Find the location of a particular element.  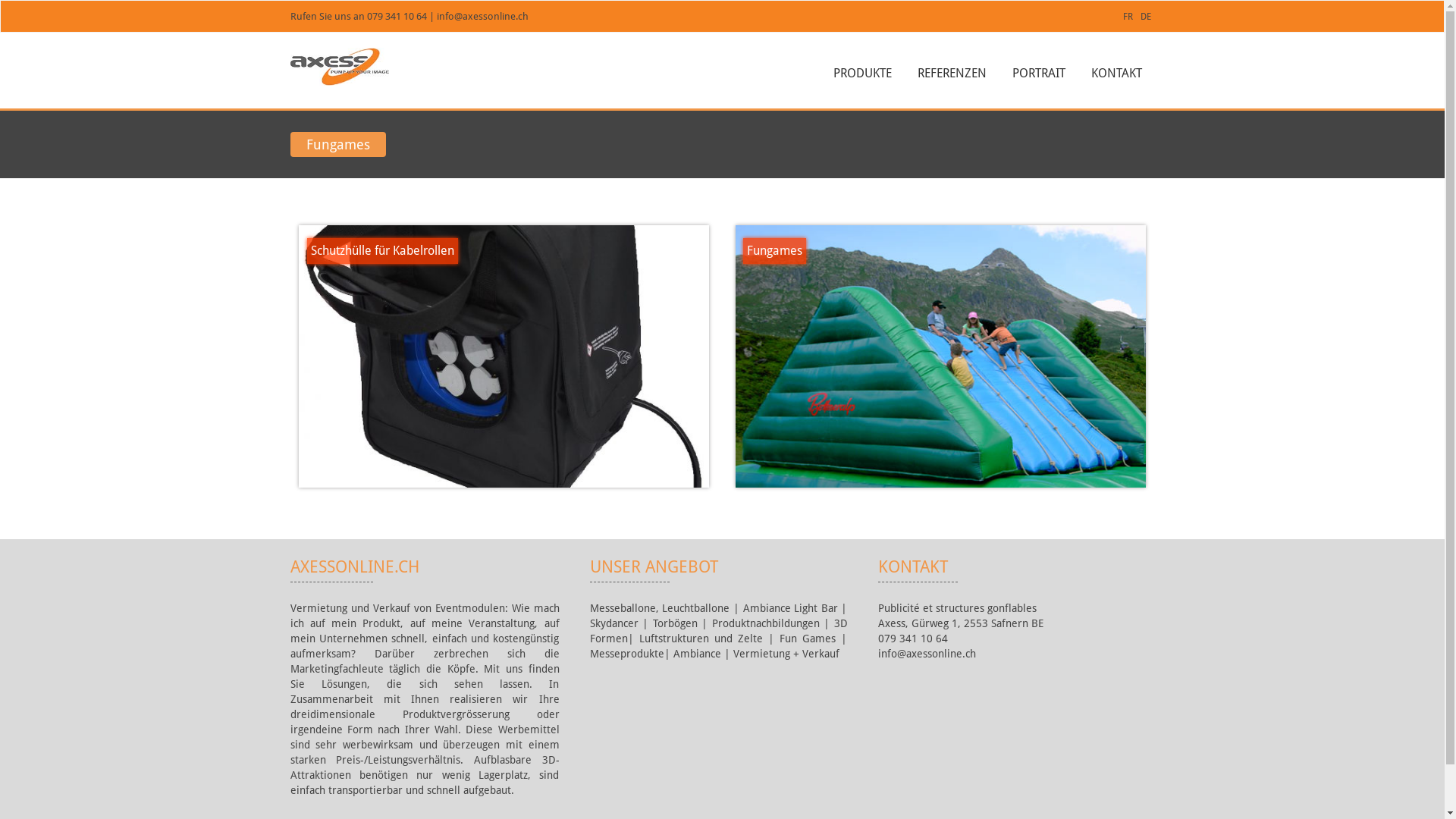

'info@axessonline.ch' is located at coordinates (482, 16).